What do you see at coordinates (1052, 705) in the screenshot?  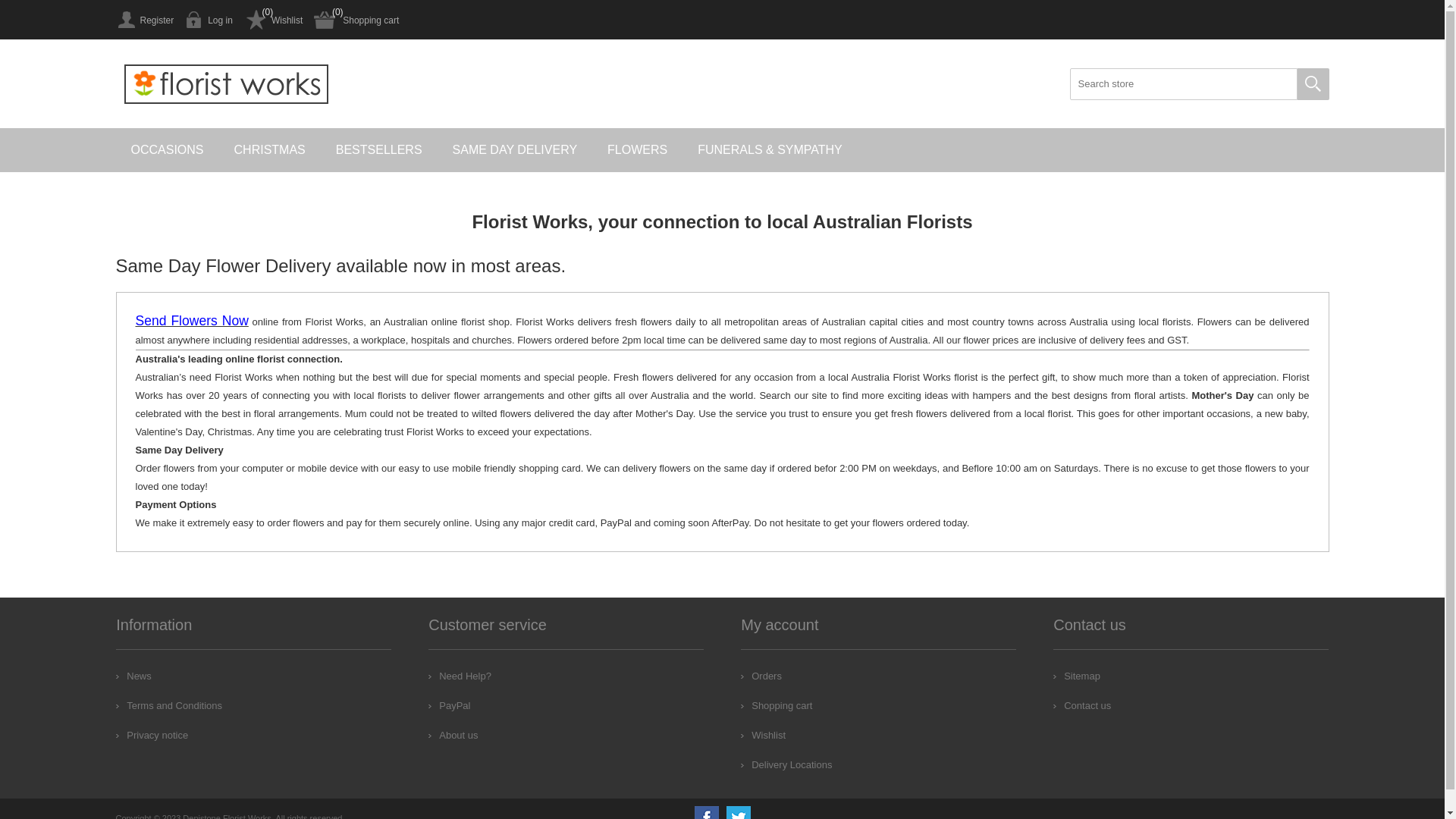 I see `'Contact us'` at bounding box center [1052, 705].